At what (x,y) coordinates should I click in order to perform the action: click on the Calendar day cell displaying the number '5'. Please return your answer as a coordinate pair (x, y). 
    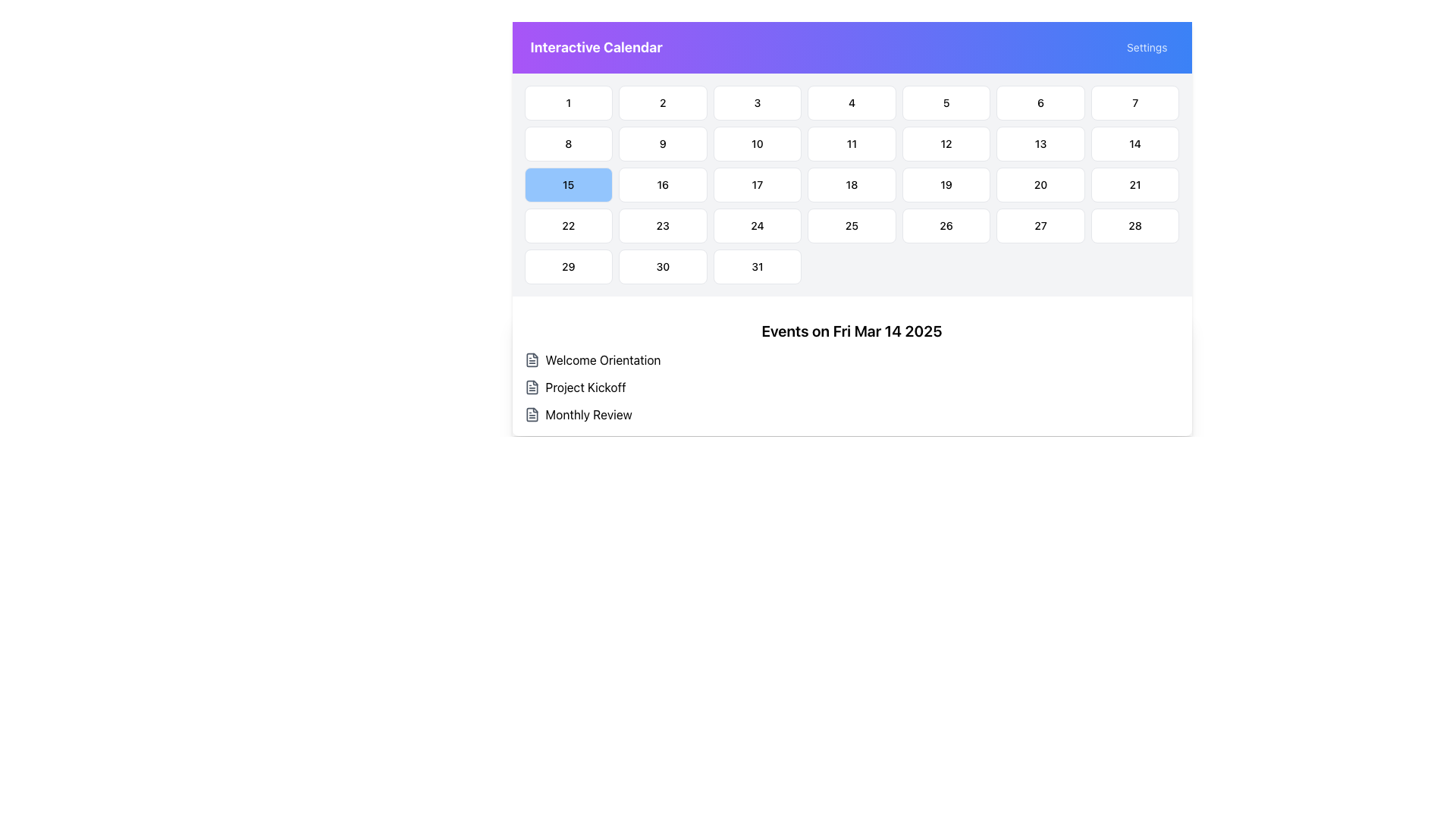
    Looking at the image, I should click on (946, 102).